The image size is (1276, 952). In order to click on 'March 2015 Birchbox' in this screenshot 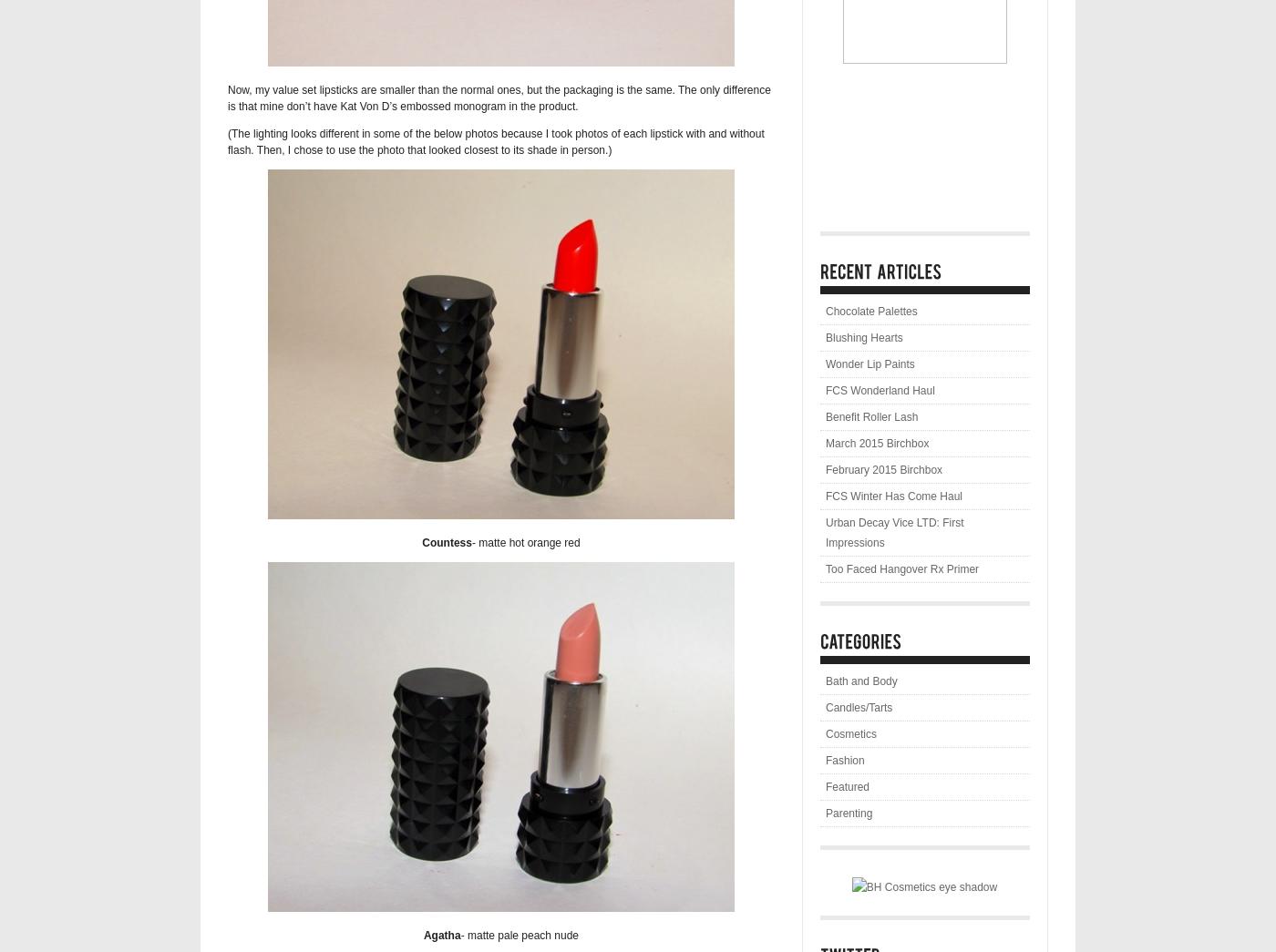, I will do `click(877, 442)`.